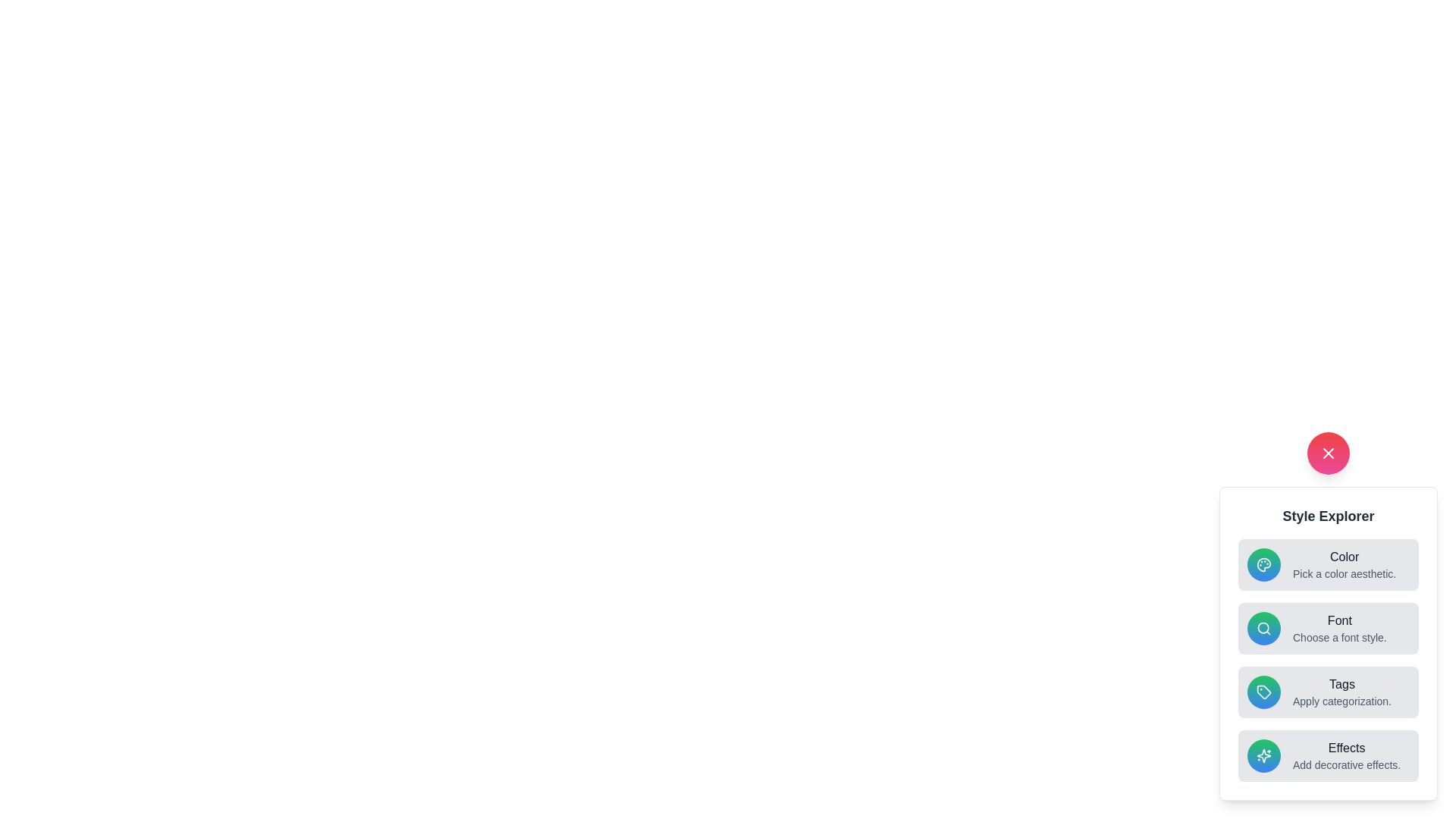 The image size is (1456, 819). What do you see at coordinates (1328, 516) in the screenshot?
I see `the 'Style Explorer' header` at bounding box center [1328, 516].